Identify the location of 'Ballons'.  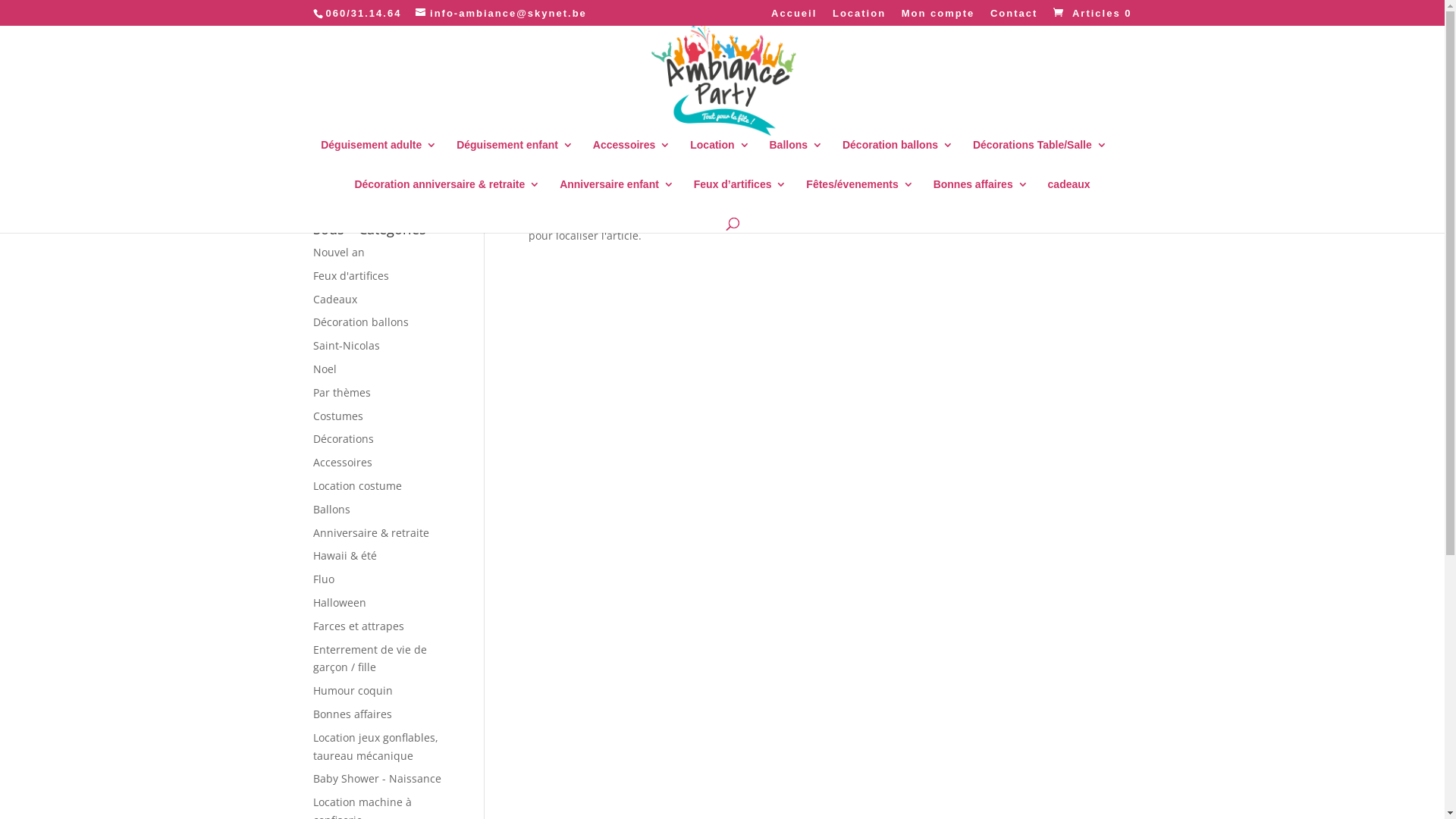
(330, 509).